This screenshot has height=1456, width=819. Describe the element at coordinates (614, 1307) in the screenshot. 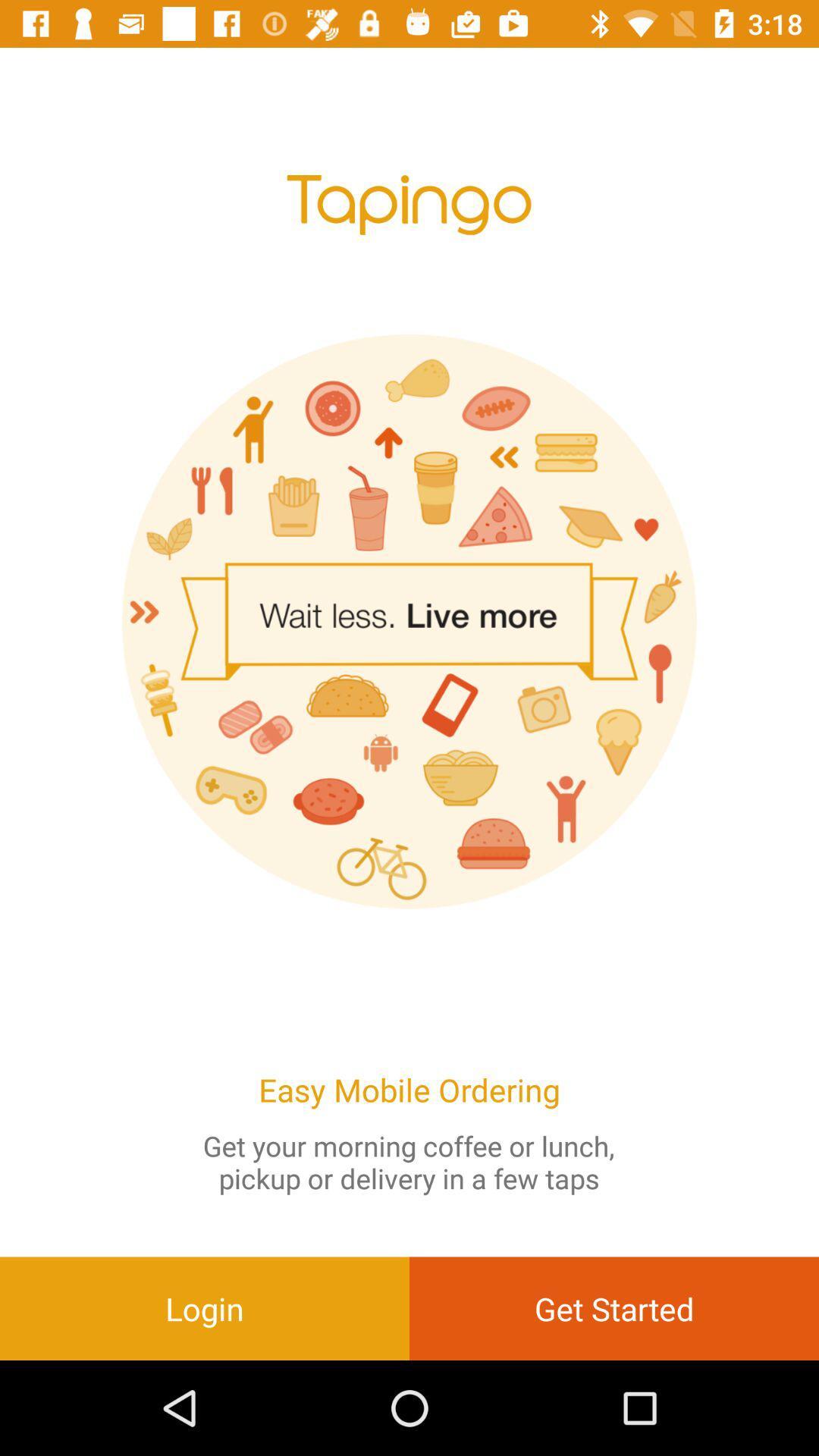

I see `the get started item` at that location.